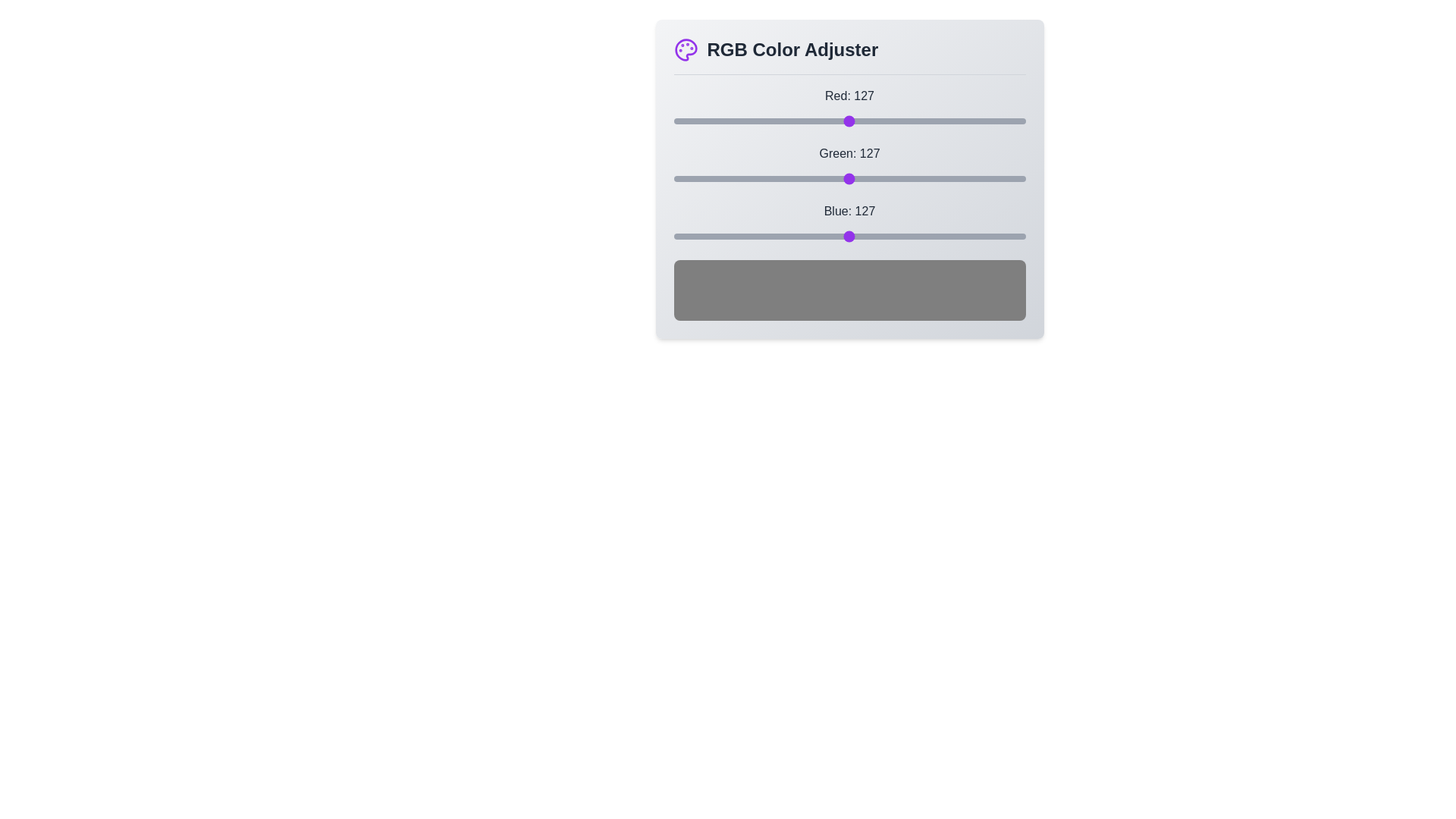  Describe the element at coordinates (693, 120) in the screenshot. I see `the red slider to set the red component to 15` at that location.